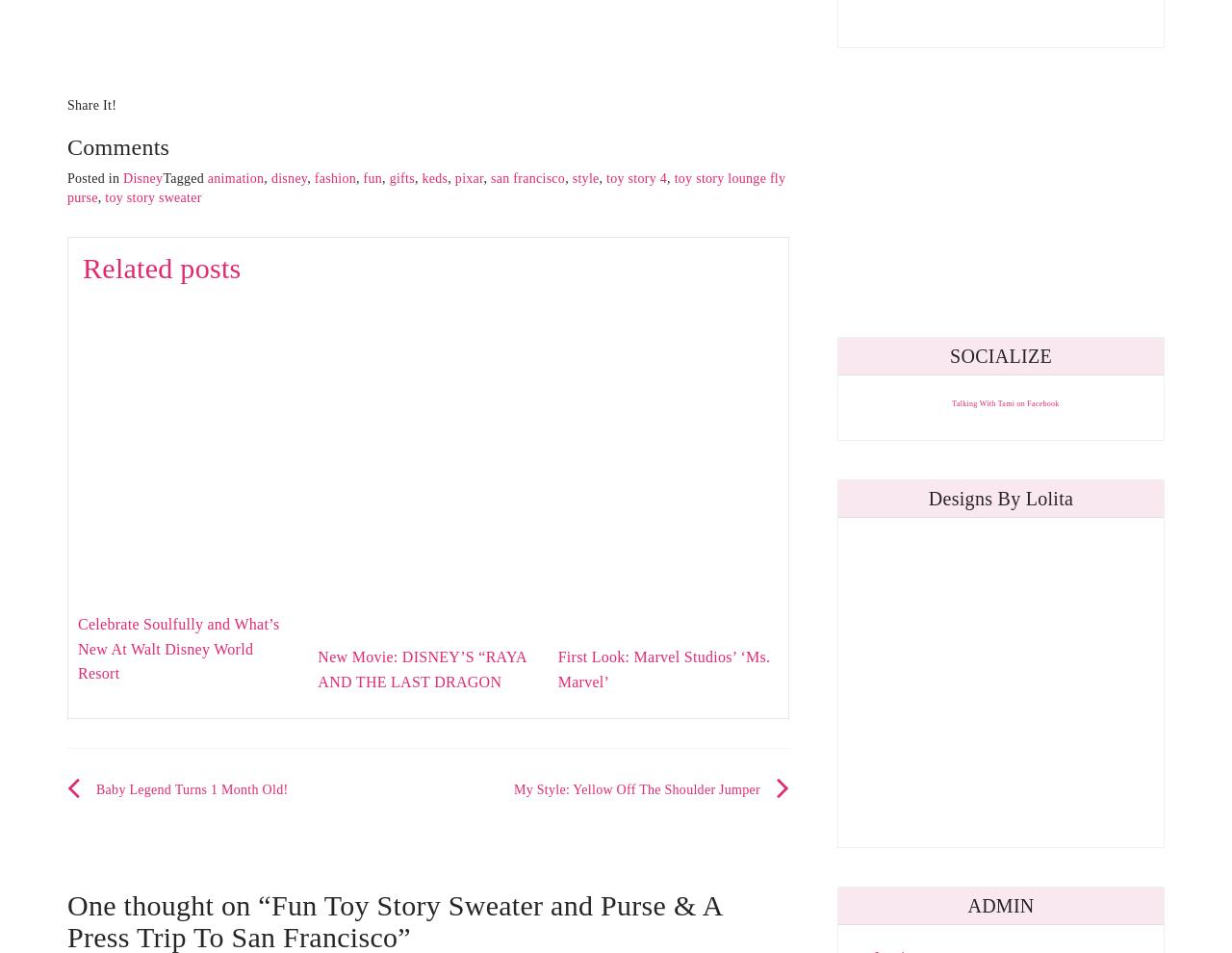  What do you see at coordinates (425, 188) in the screenshot?
I see `'toy story lounge fly purse'` at bounding box center [425, 188].